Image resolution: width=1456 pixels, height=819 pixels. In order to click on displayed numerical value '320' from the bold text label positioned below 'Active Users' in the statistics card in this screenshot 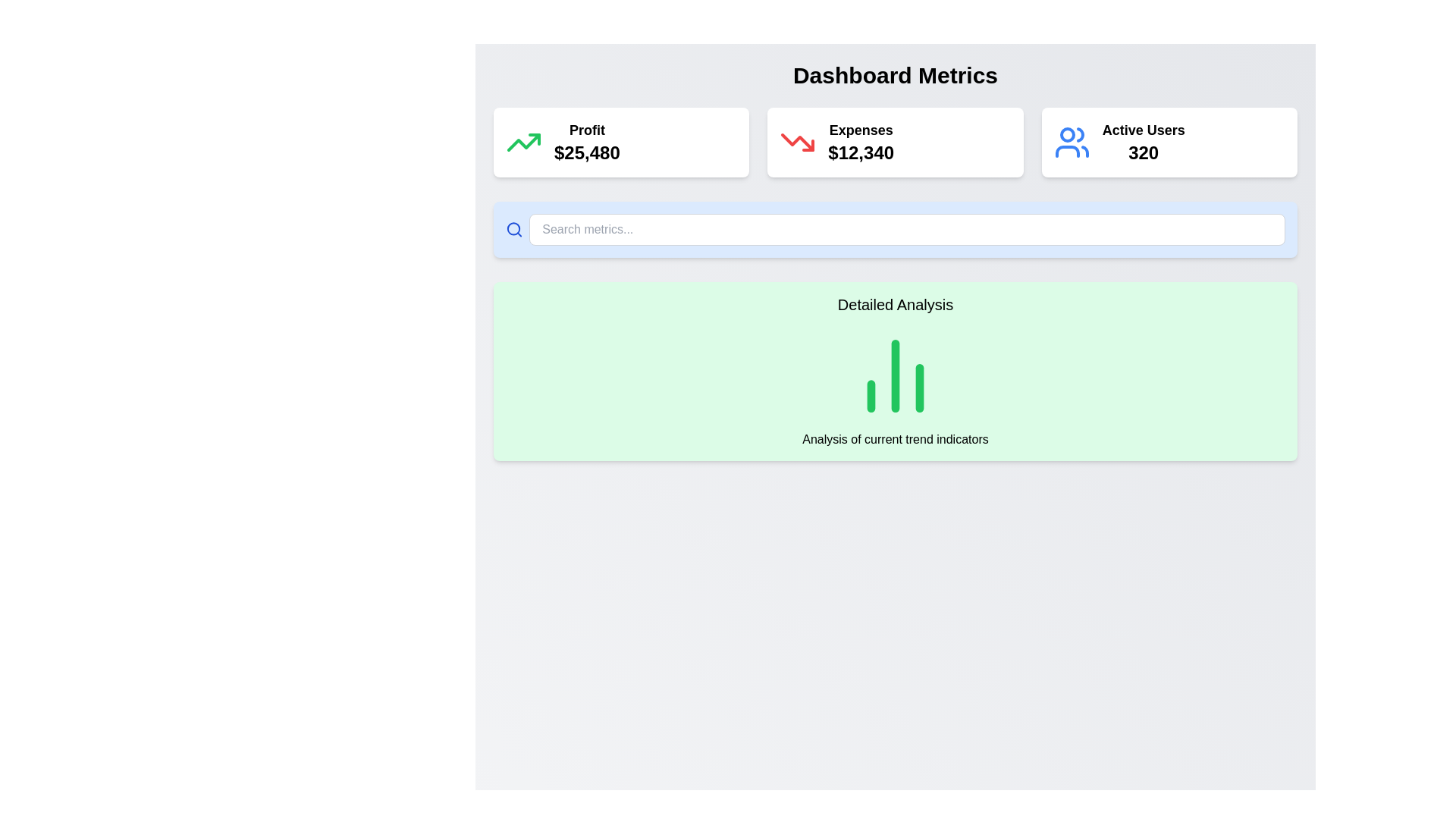, I will do `click(1144, 152)`.